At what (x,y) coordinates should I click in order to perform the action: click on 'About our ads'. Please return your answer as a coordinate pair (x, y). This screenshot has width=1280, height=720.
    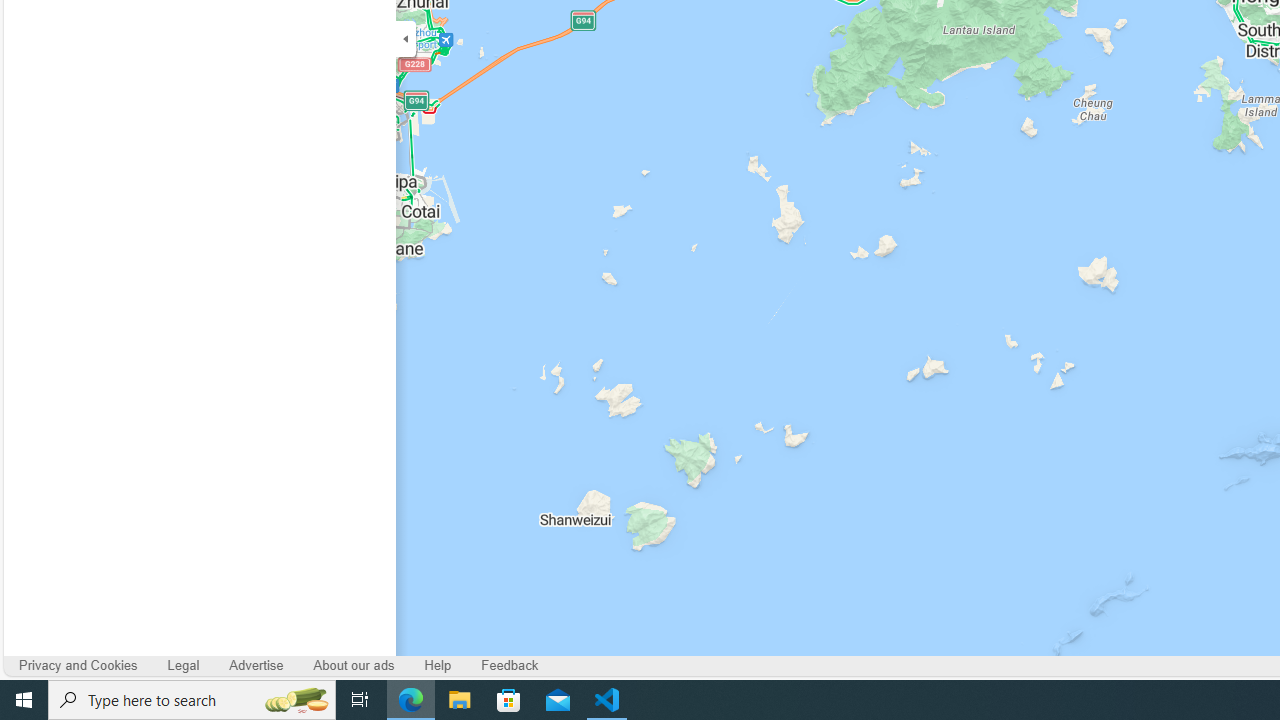
    Looking at the image, I should click on (354, 665).